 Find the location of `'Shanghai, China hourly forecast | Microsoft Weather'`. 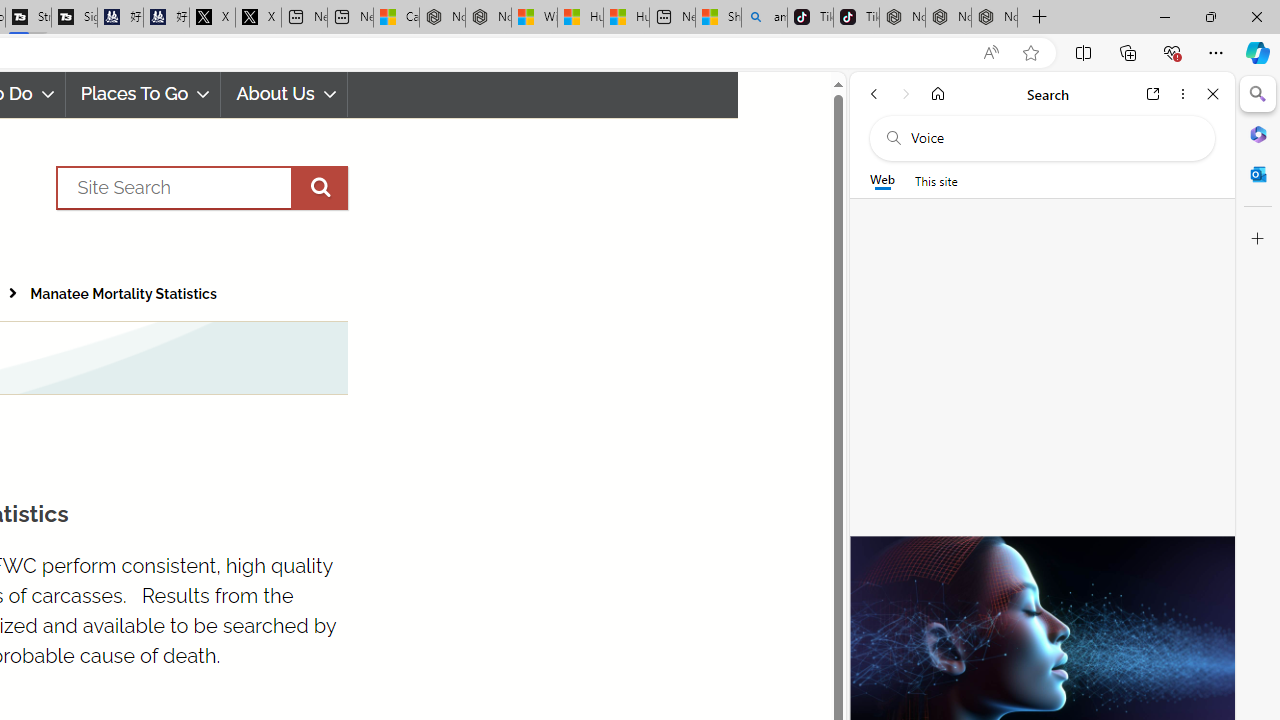

'Shanghai, China hourly forecast | Microsoft Weather' is located at coordinates (718, 17).